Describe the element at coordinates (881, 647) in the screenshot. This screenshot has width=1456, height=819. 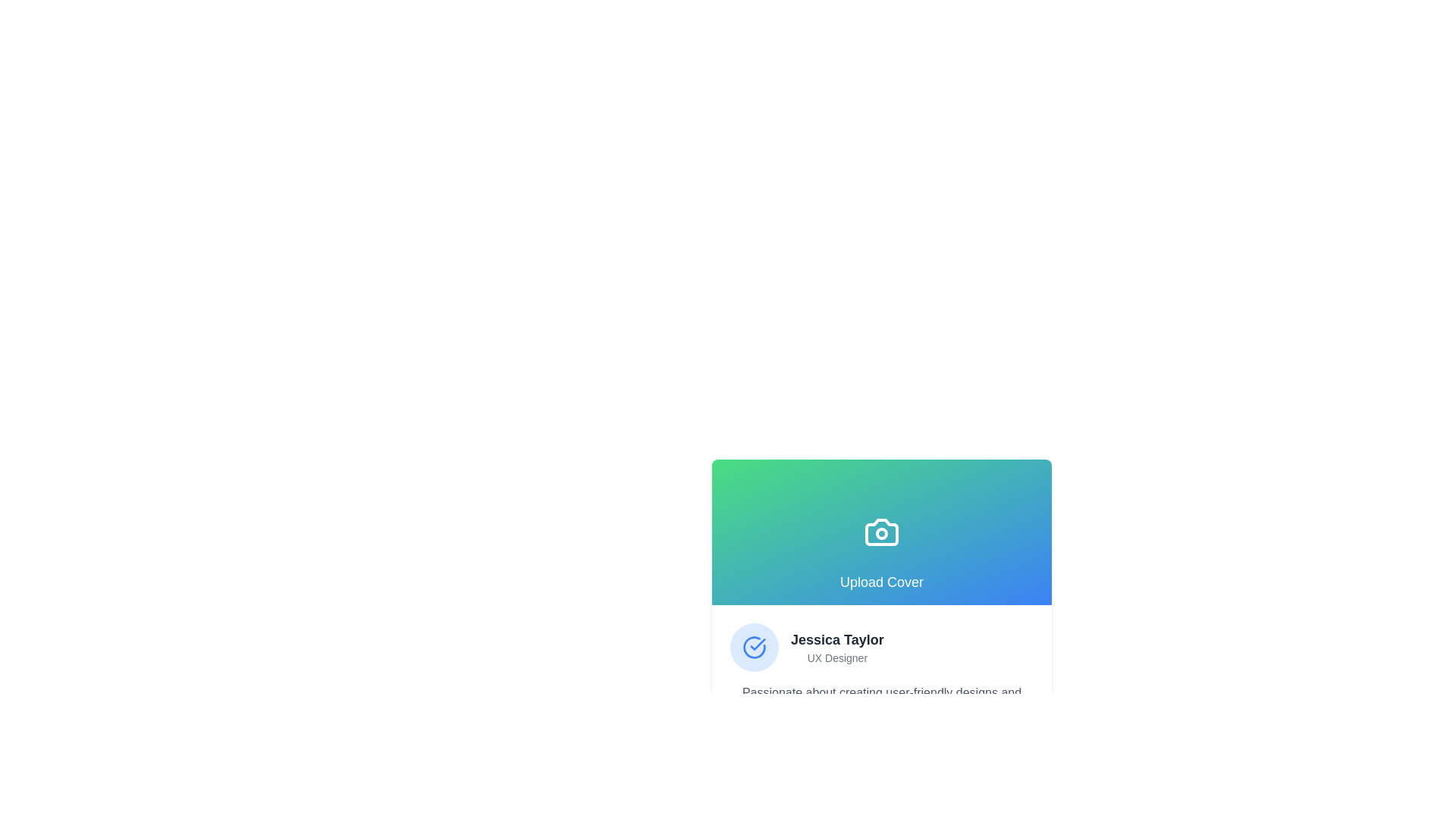
I see `the Profile Summary Section` at that location.